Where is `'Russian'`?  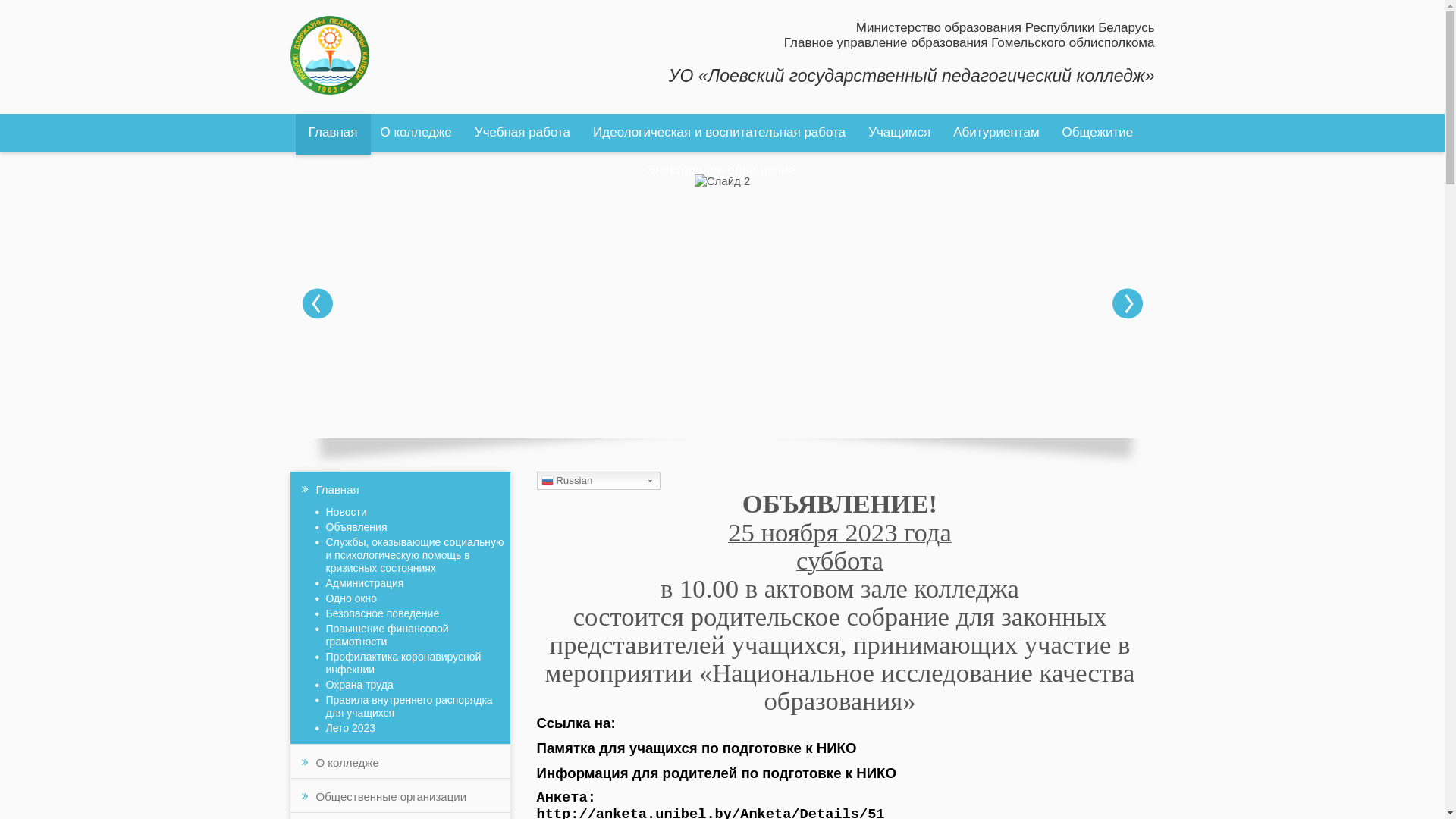 'Russian' is located at coordinates (598, 480).